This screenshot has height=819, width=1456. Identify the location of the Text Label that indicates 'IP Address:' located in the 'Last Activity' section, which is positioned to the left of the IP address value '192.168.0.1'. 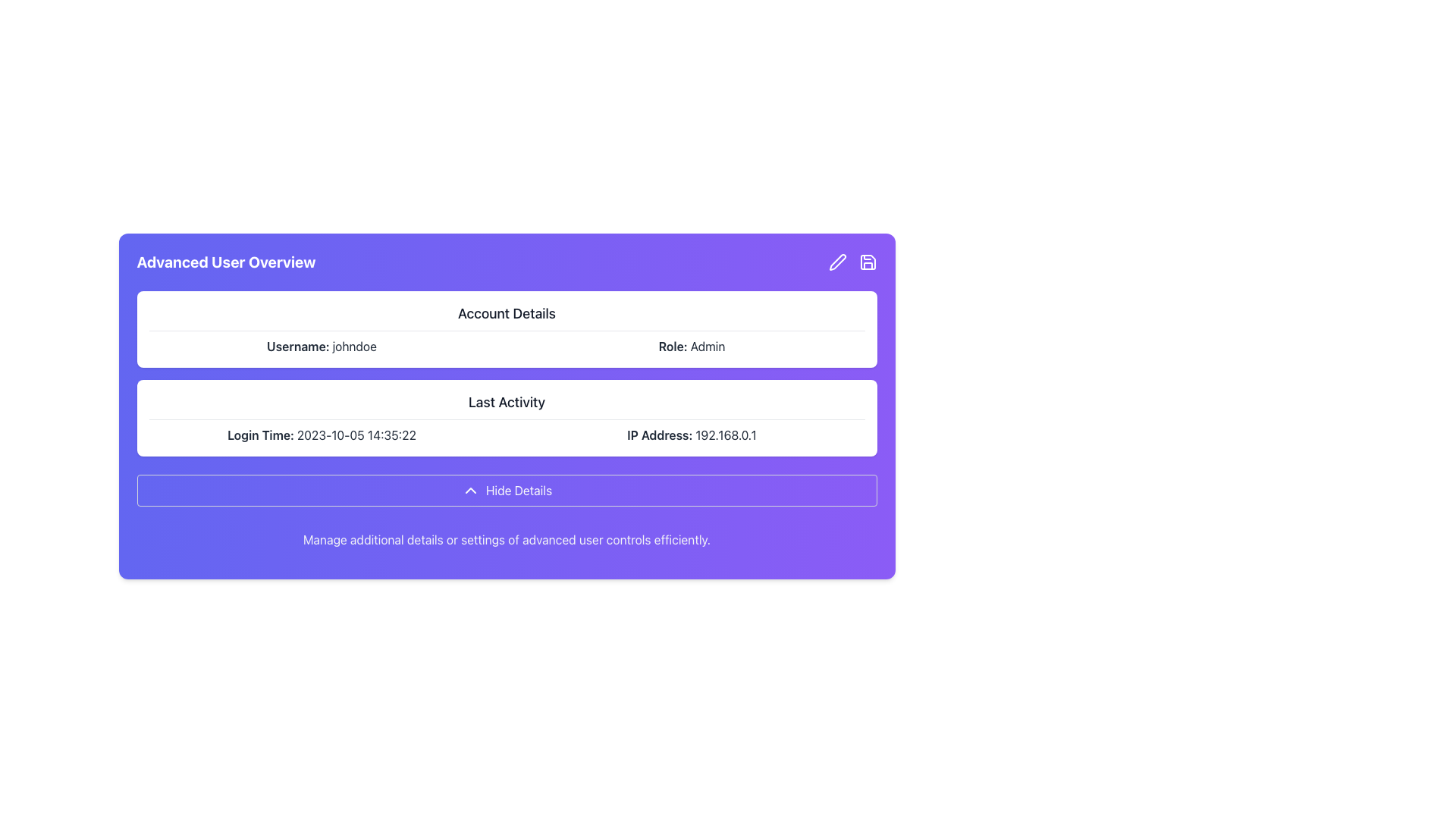
(661, 435).